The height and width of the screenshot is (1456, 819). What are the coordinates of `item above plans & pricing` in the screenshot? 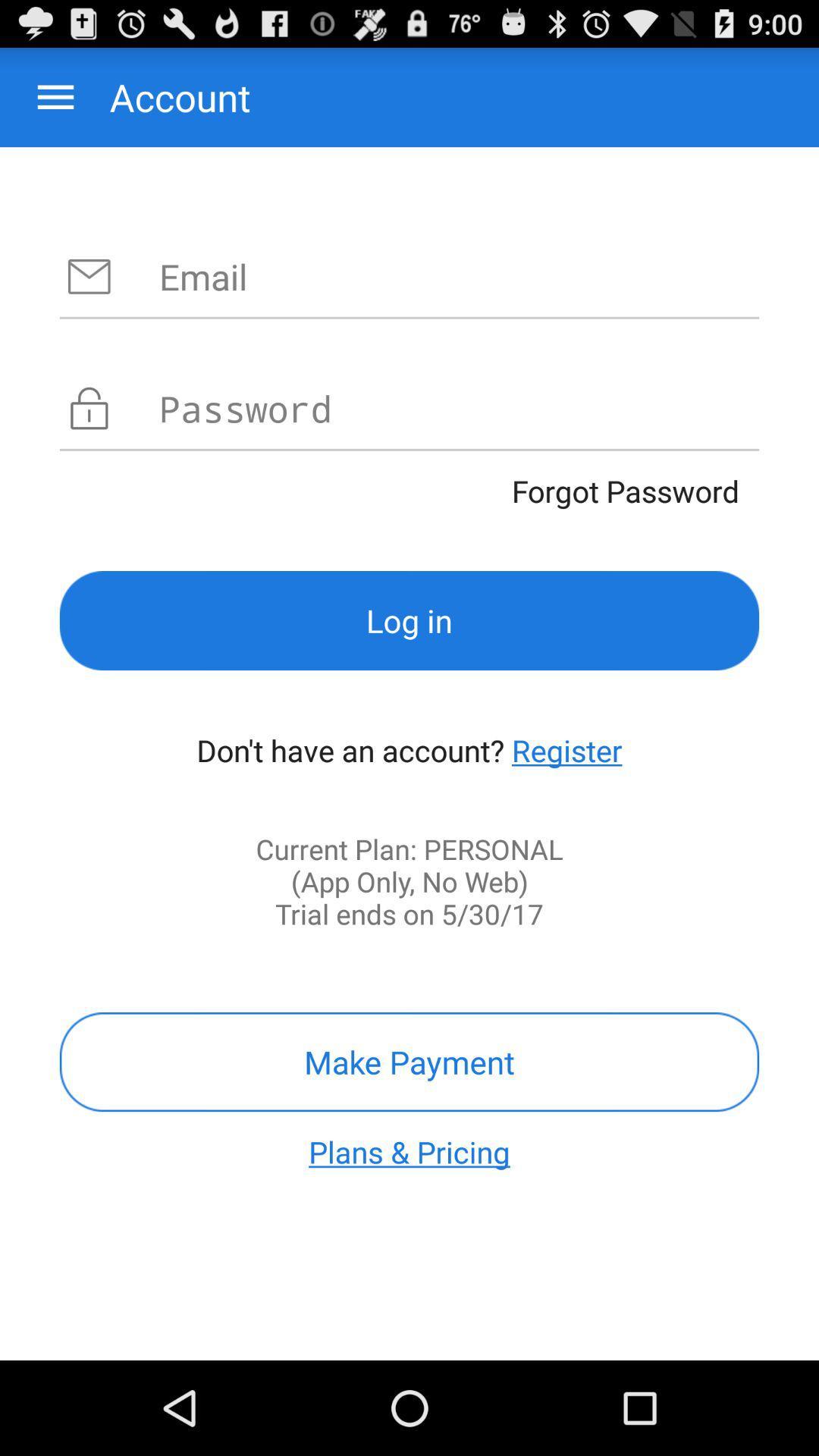 It's located at (409, 1061).